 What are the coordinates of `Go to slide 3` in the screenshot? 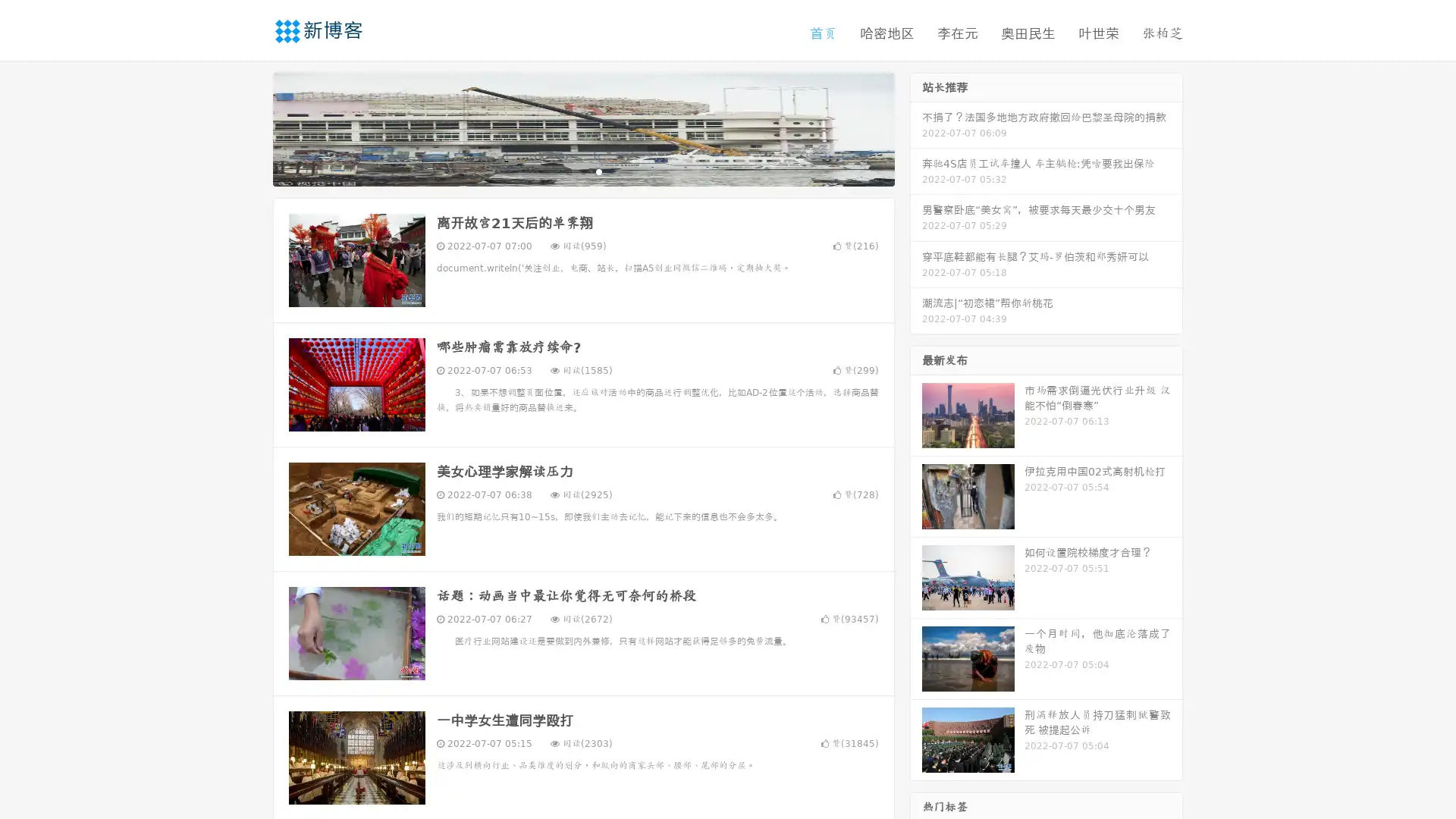 It's located at (598, 171).